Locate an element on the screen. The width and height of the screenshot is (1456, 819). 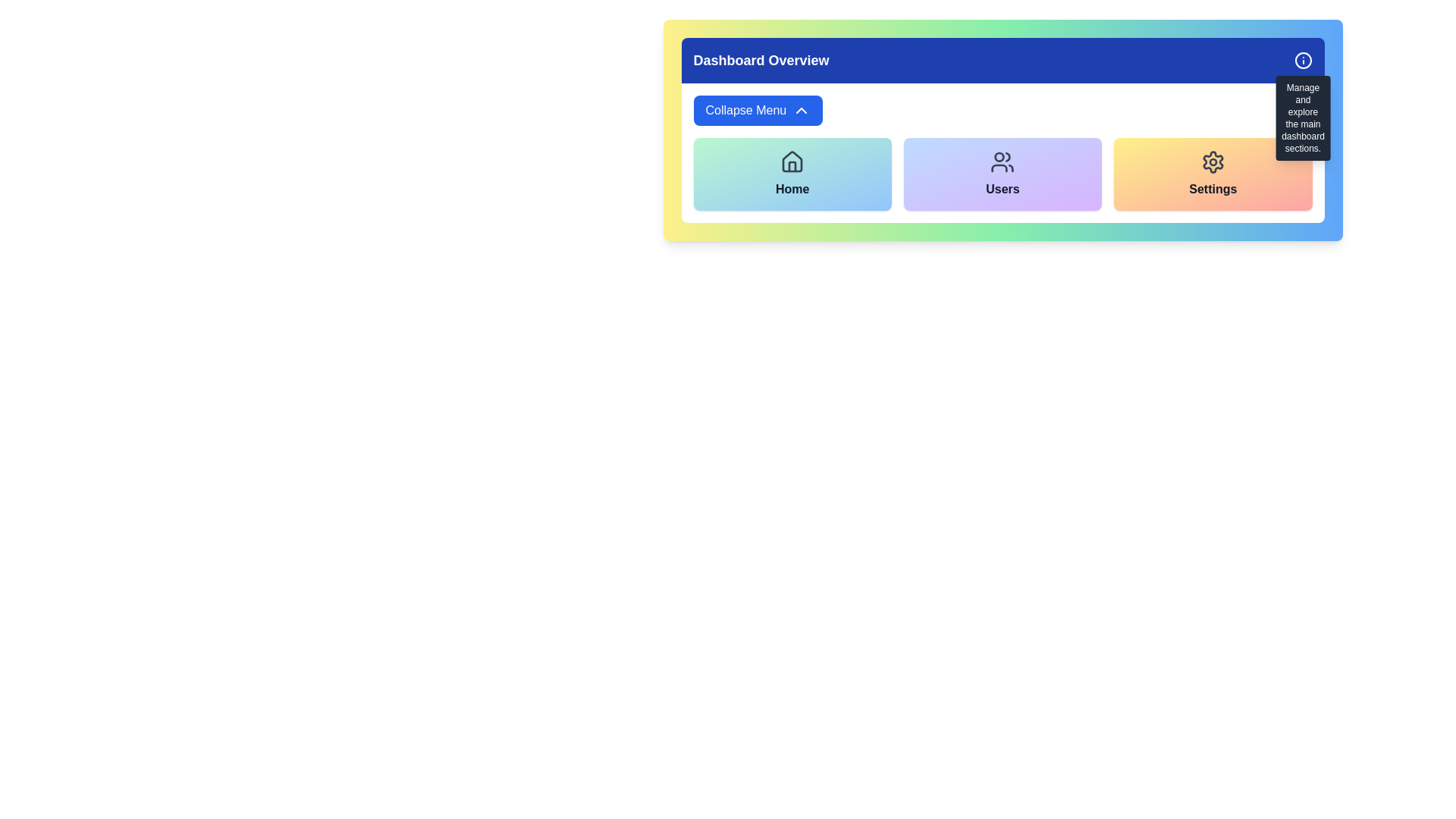
the Tooltip that provides additional information about the information icon located in the top-right corner of the dashboard header is located at coordinates (1302, 117).